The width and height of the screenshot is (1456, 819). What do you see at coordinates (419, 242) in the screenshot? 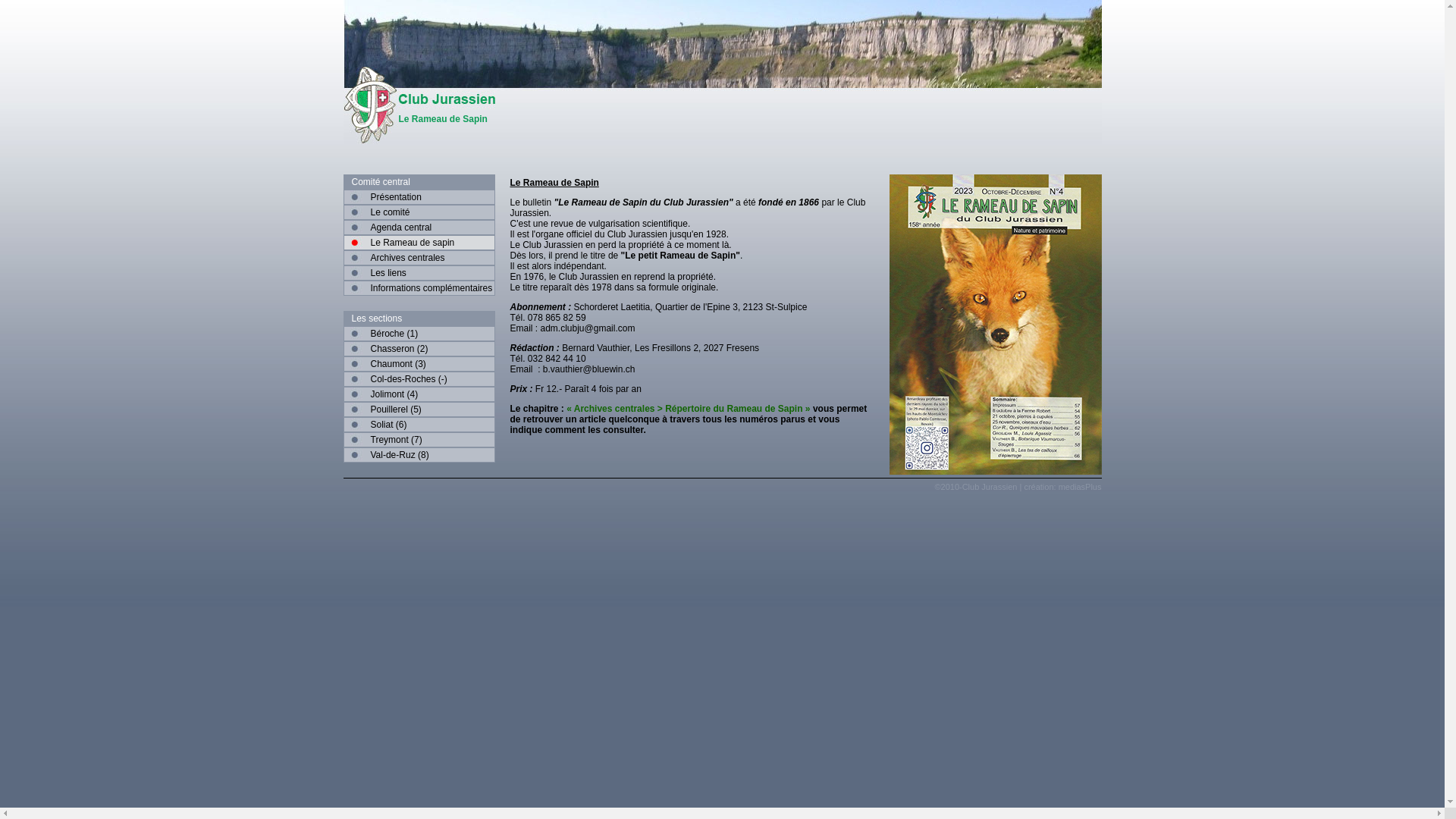
I see `'Le Rameau de sapin'` at bounding box center [419, 242].